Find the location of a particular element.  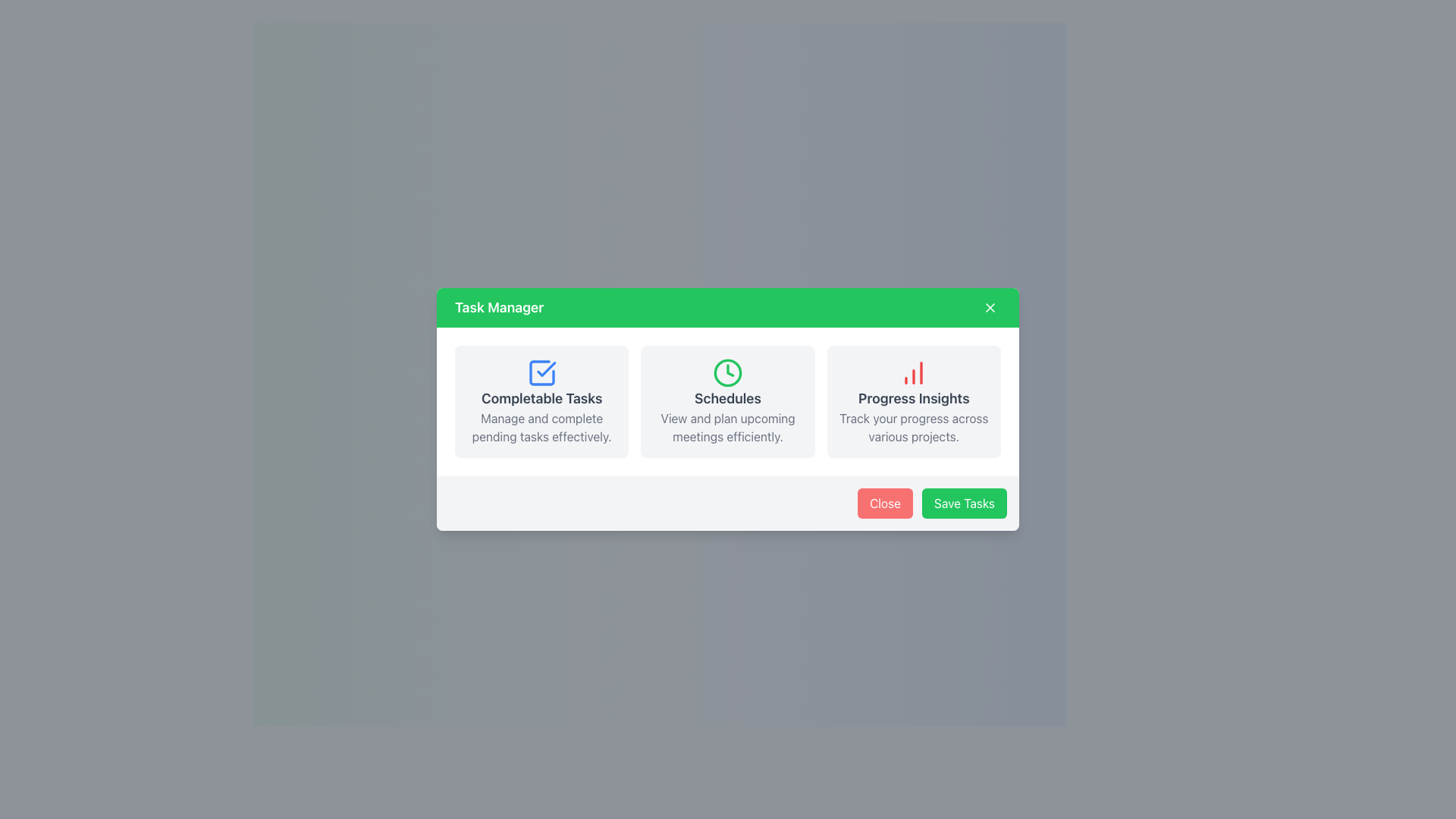

the content of the first Informative Card in the Task Manager interface, which summarizes the feature for managing and completing tasks is located at coordinates (541, 400).